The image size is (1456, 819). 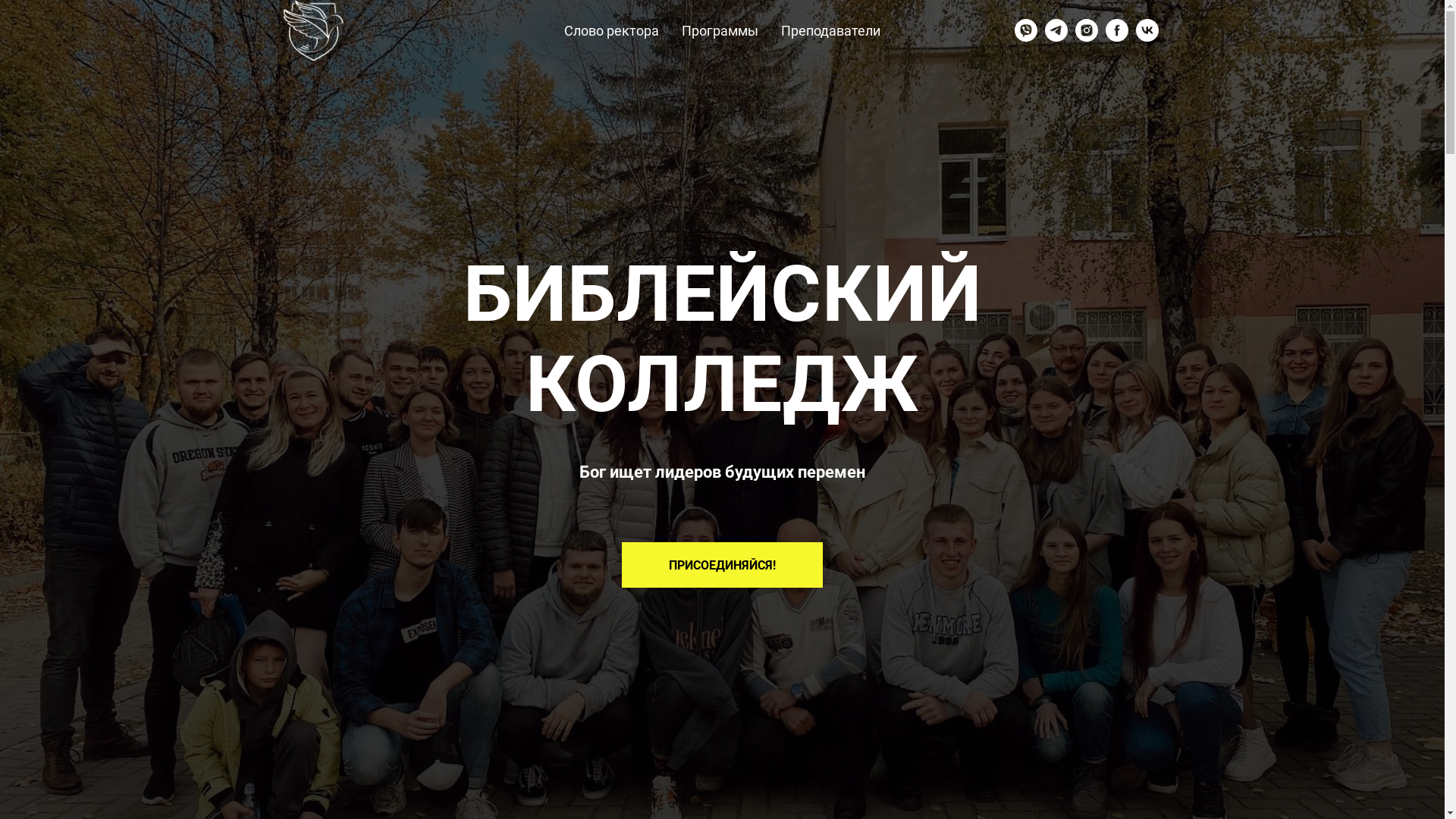 I want to click on 'Instagram', so click(x=1086, y=30).